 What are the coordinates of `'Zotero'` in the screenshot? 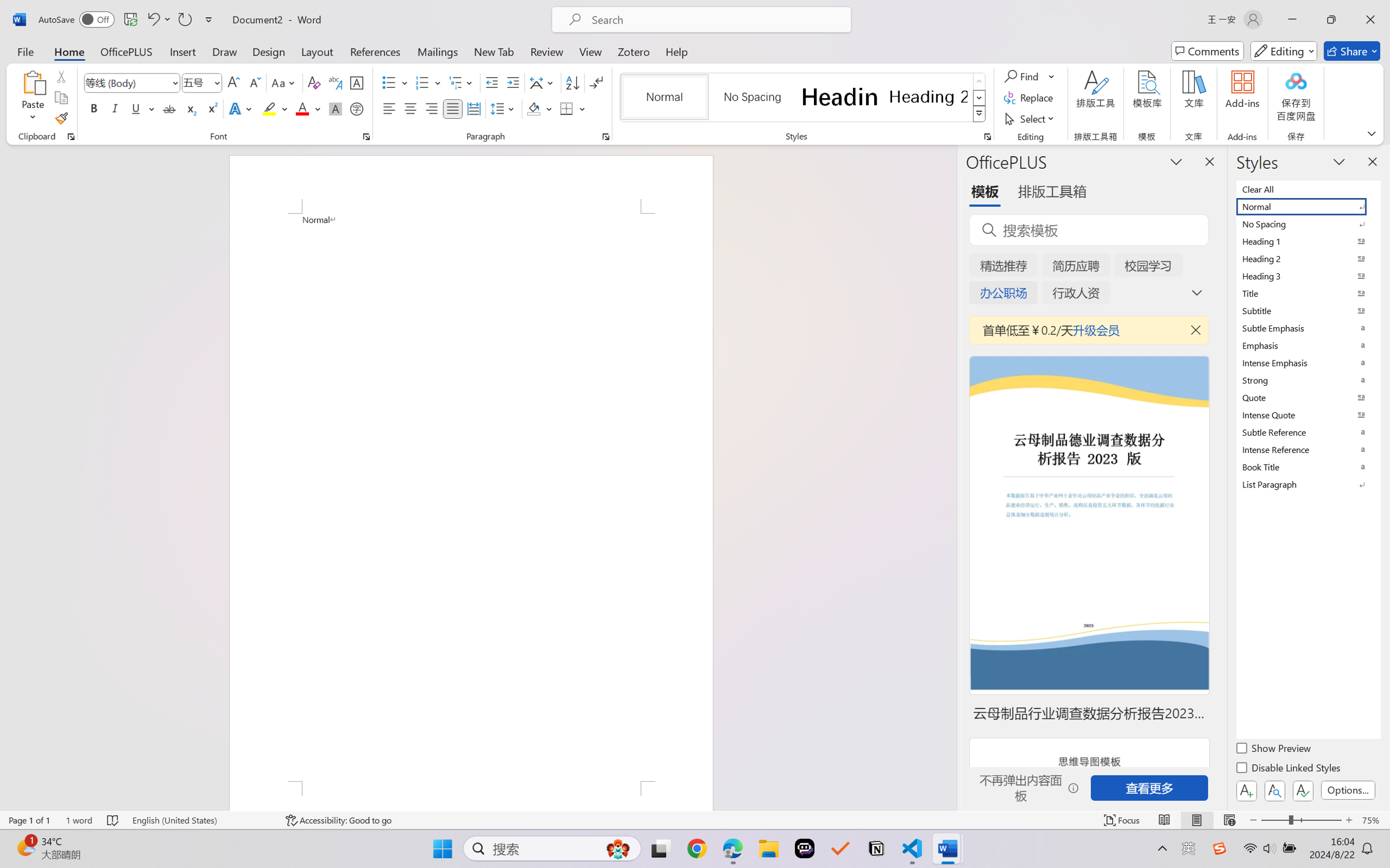 It's located at (633, 51).